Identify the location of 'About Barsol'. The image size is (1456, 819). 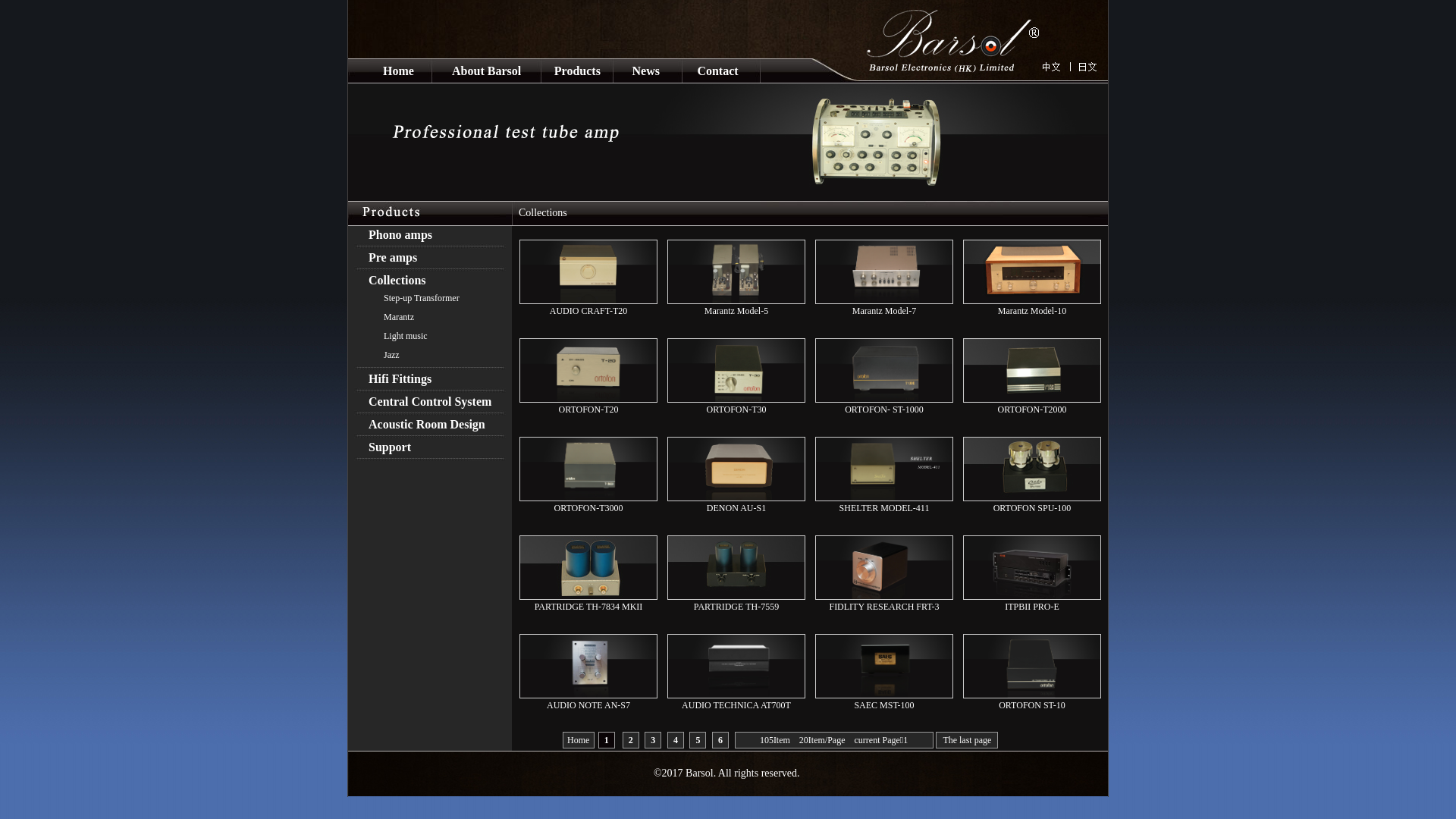
(487, 71).